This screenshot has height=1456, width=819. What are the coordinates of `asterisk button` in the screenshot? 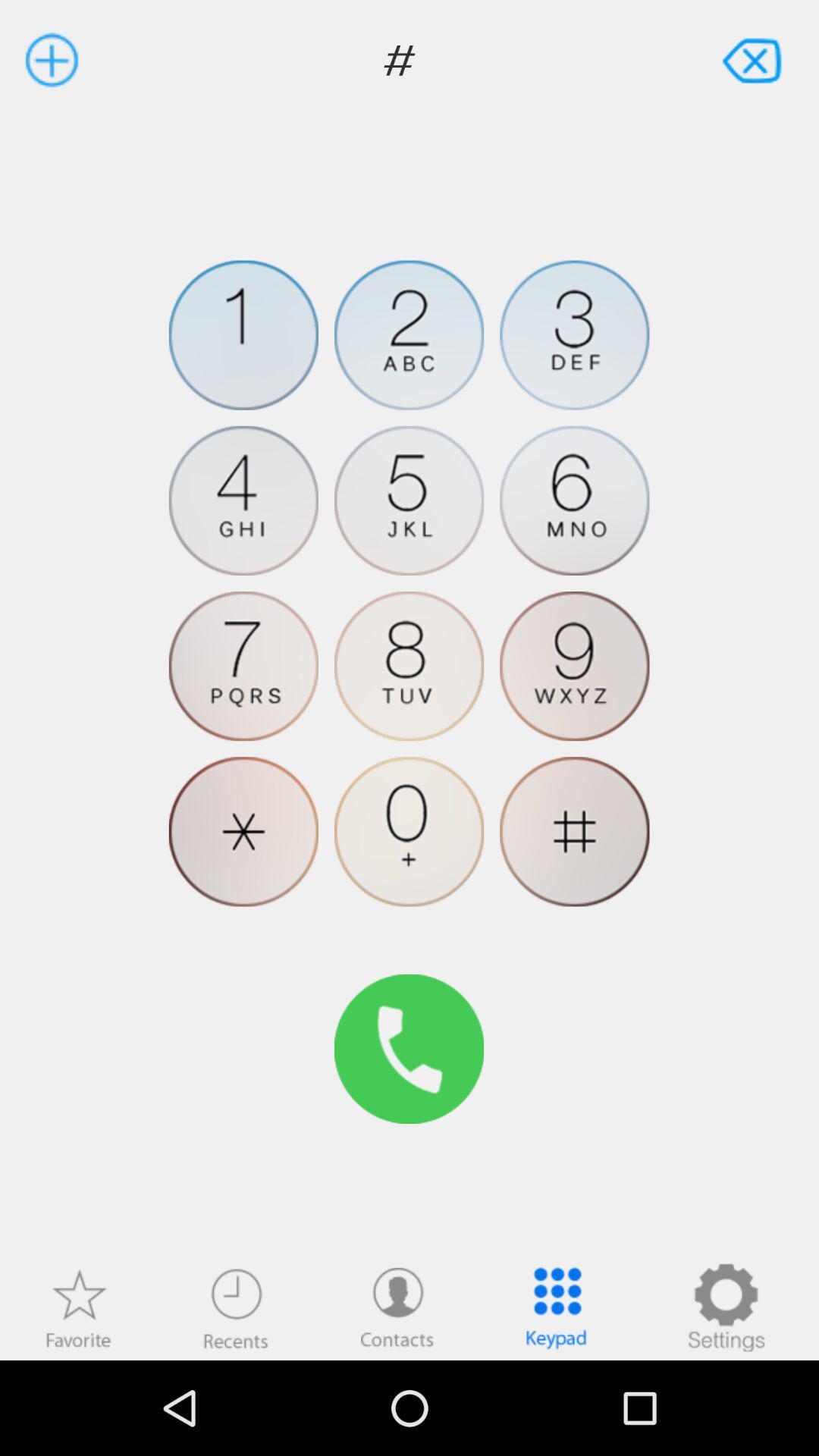 It's located at (243, 830).